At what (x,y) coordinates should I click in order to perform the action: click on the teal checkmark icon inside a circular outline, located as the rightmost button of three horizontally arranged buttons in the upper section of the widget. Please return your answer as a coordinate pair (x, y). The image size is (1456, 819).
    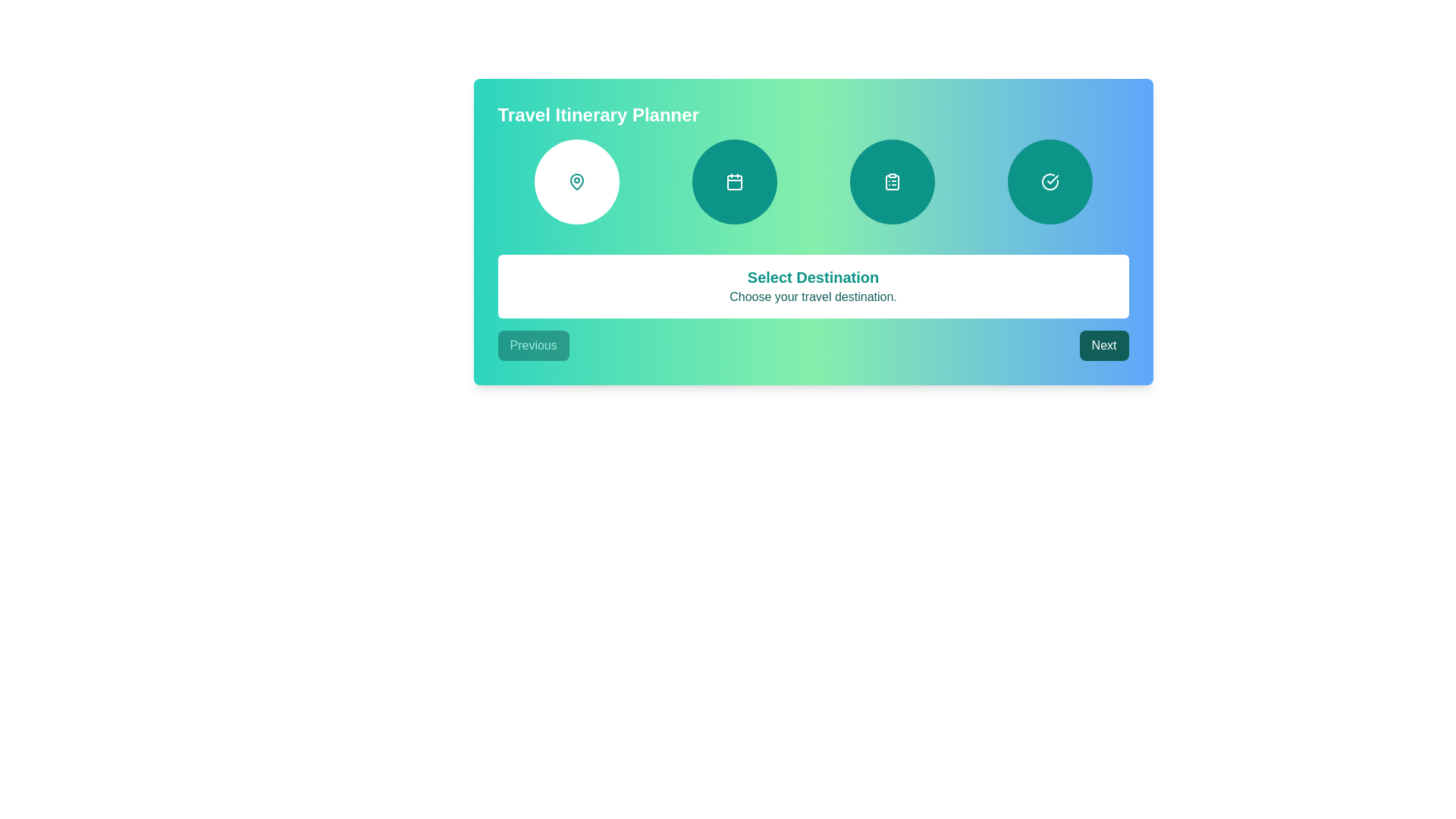
    Looking at the image, I should click on (1049, 180).